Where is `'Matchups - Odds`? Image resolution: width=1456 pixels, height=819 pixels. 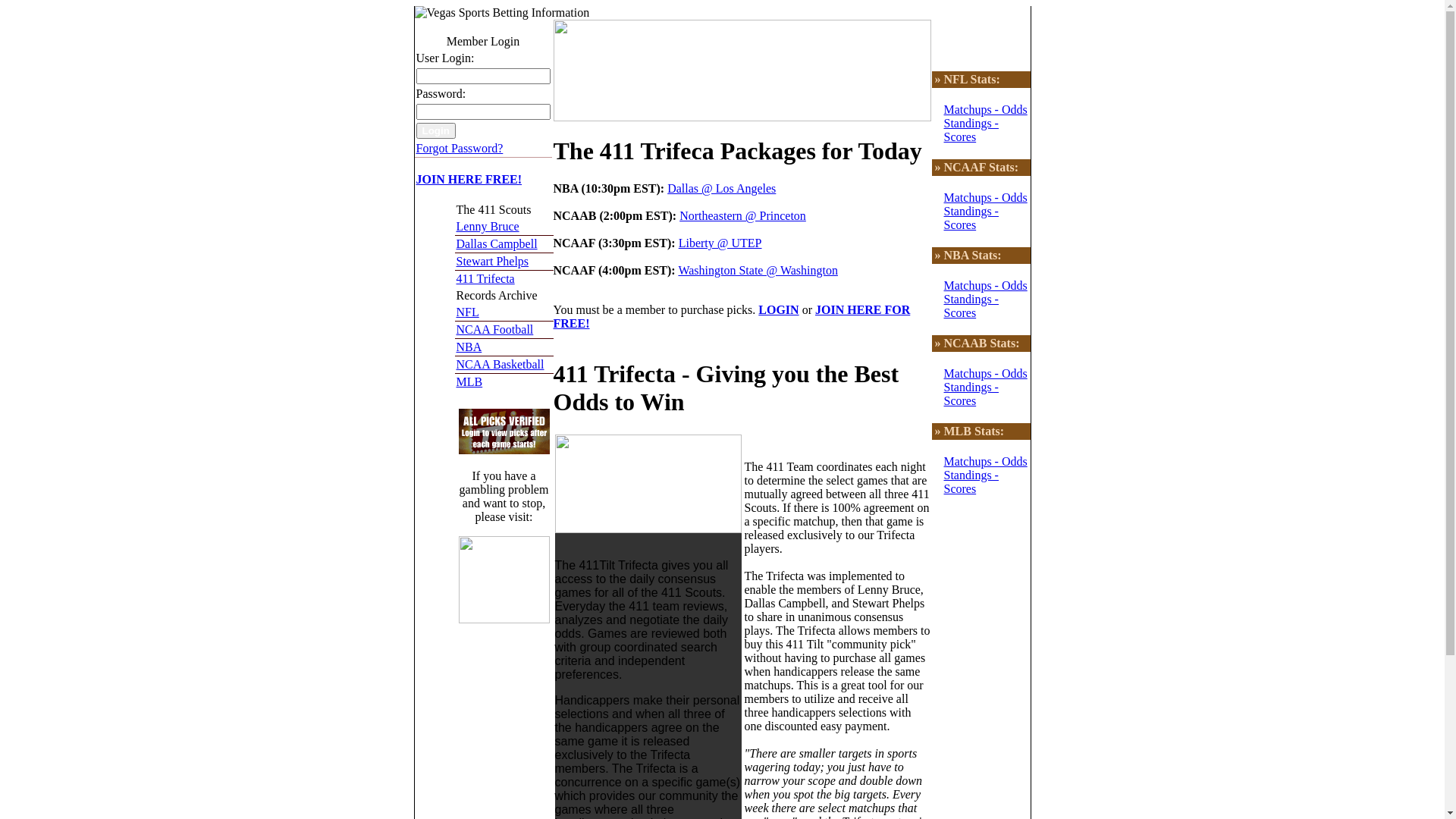 'Matchups - Odds is located at coordinates (985, 386).